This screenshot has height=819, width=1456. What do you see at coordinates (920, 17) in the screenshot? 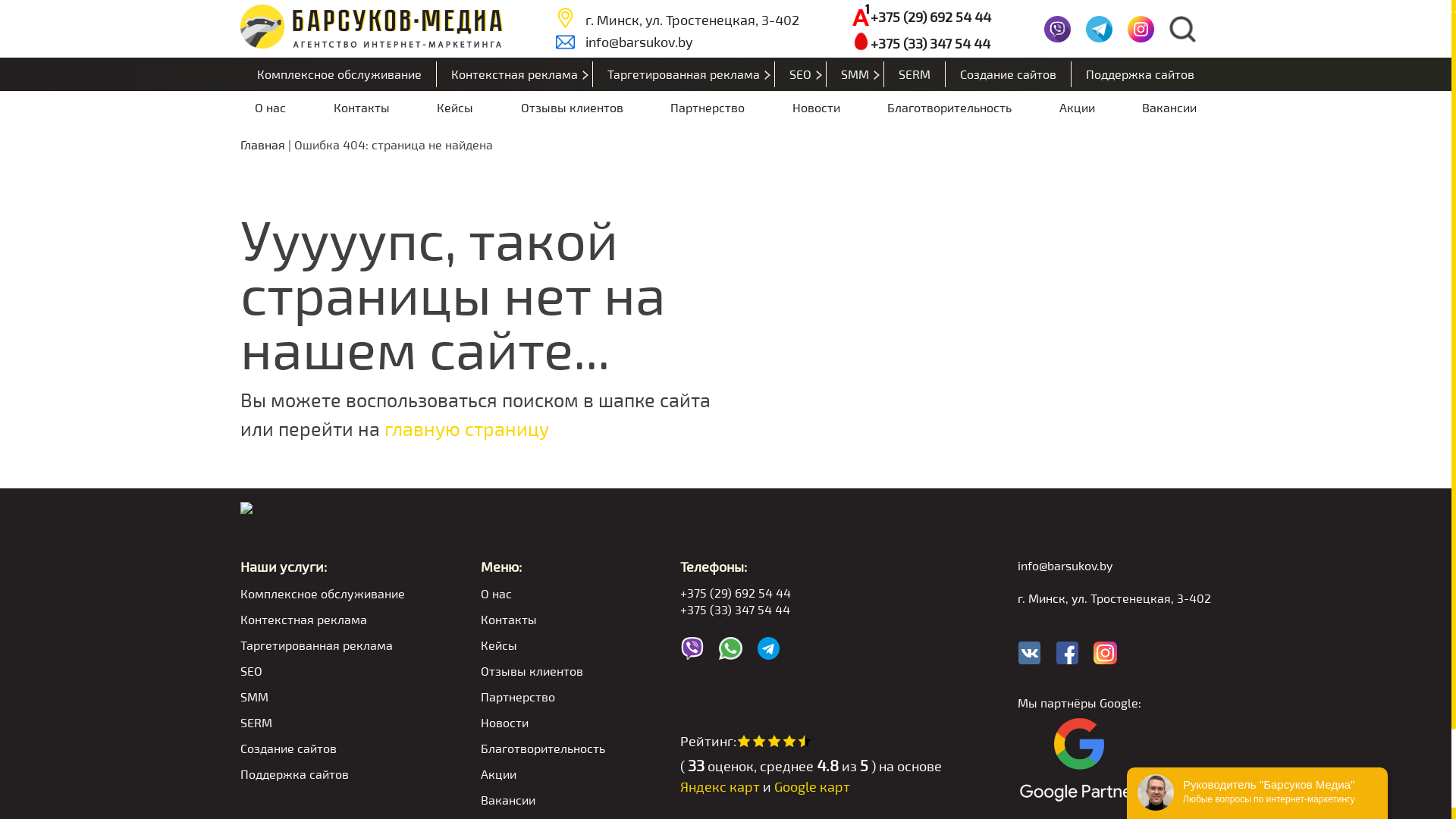
I see `'+375 (29) 692 54 44'` at bounding box center [920, 17].